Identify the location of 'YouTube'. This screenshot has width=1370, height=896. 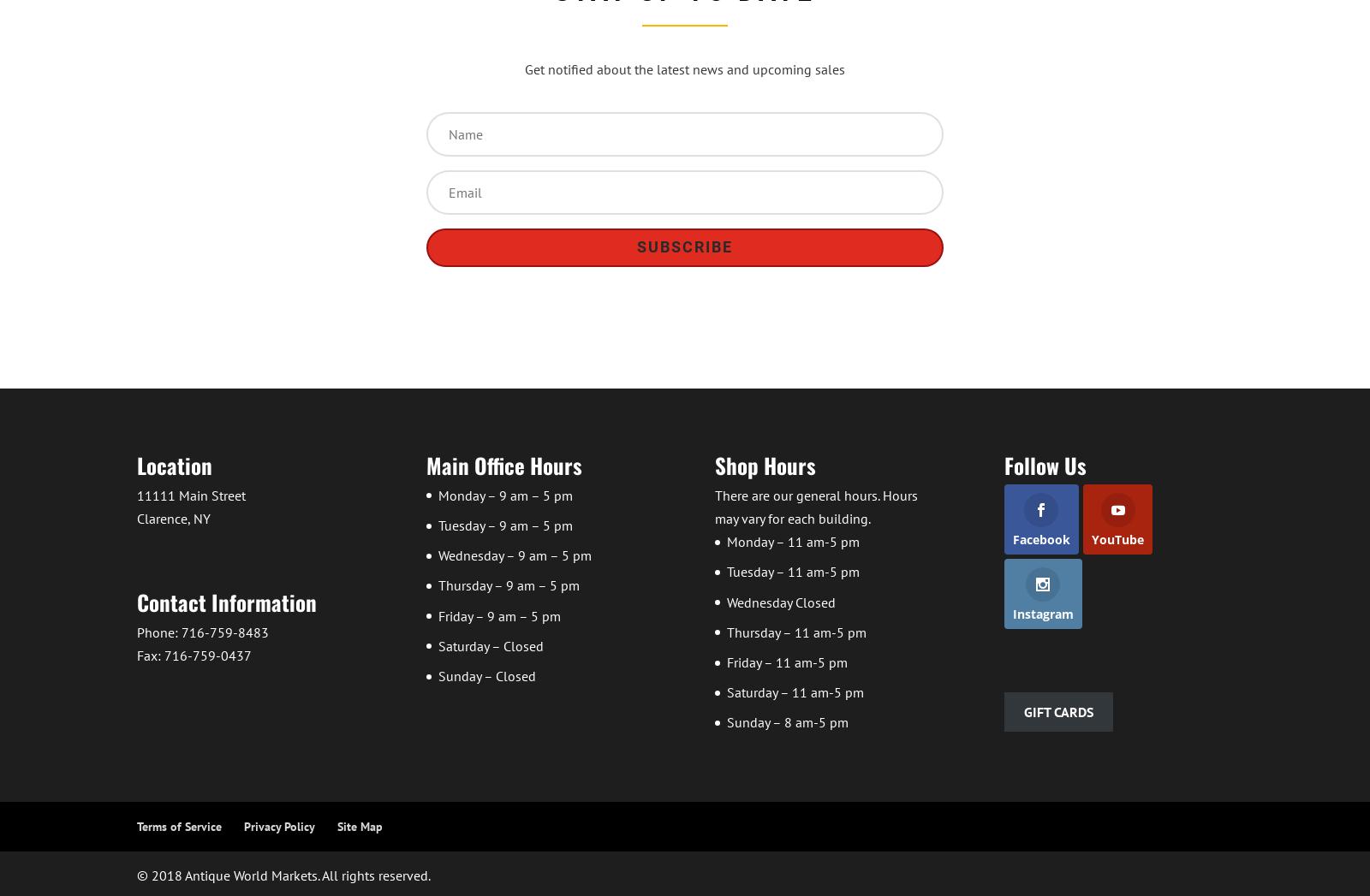
(1091, 538).